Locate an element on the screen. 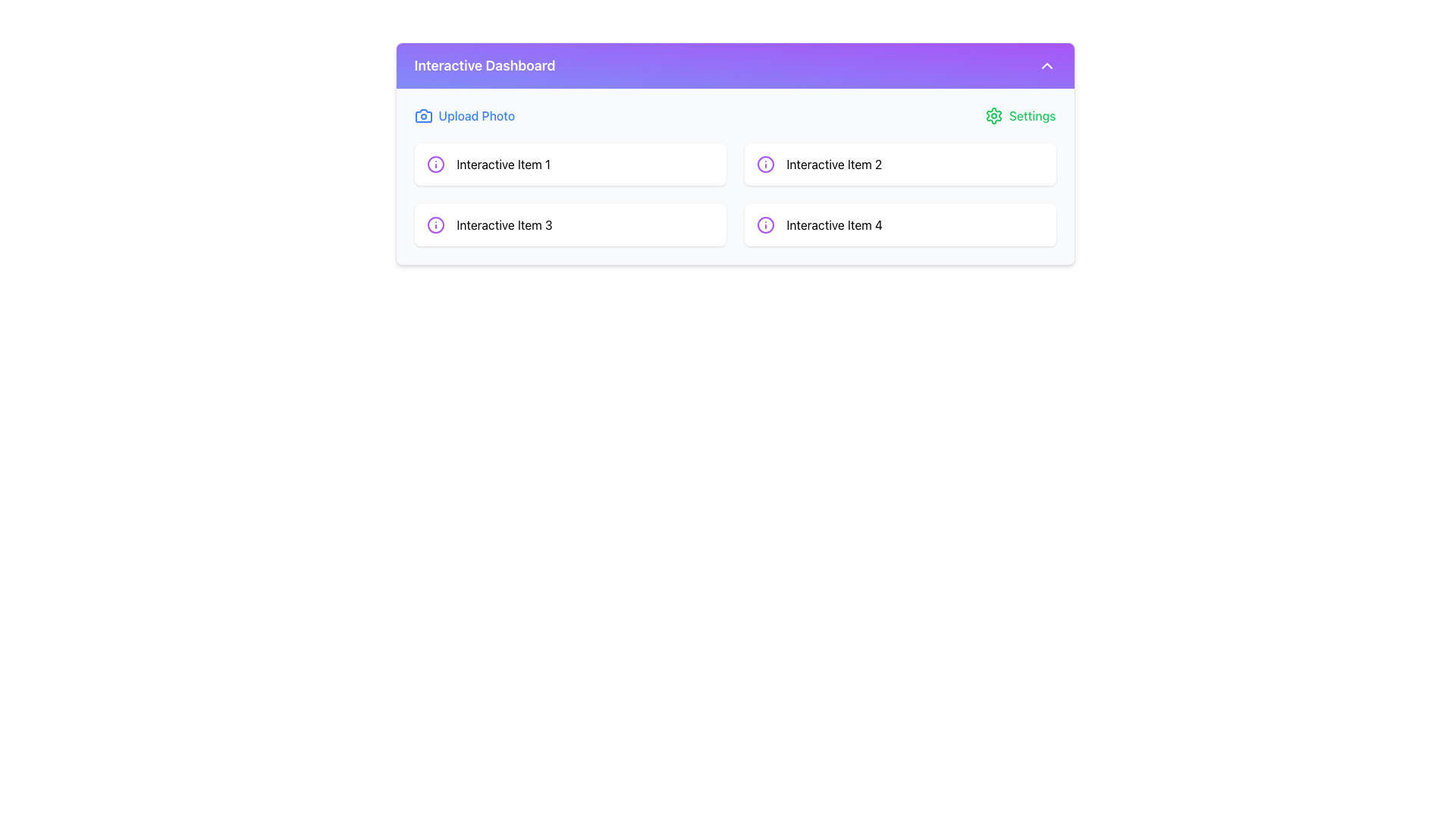  the circular information icon with a purple outline located in the upper-left section of the interactive dashboard, specifically to the left of the text in the card labeled 'Interactive Item 1' is located at coordinates (435, 164).